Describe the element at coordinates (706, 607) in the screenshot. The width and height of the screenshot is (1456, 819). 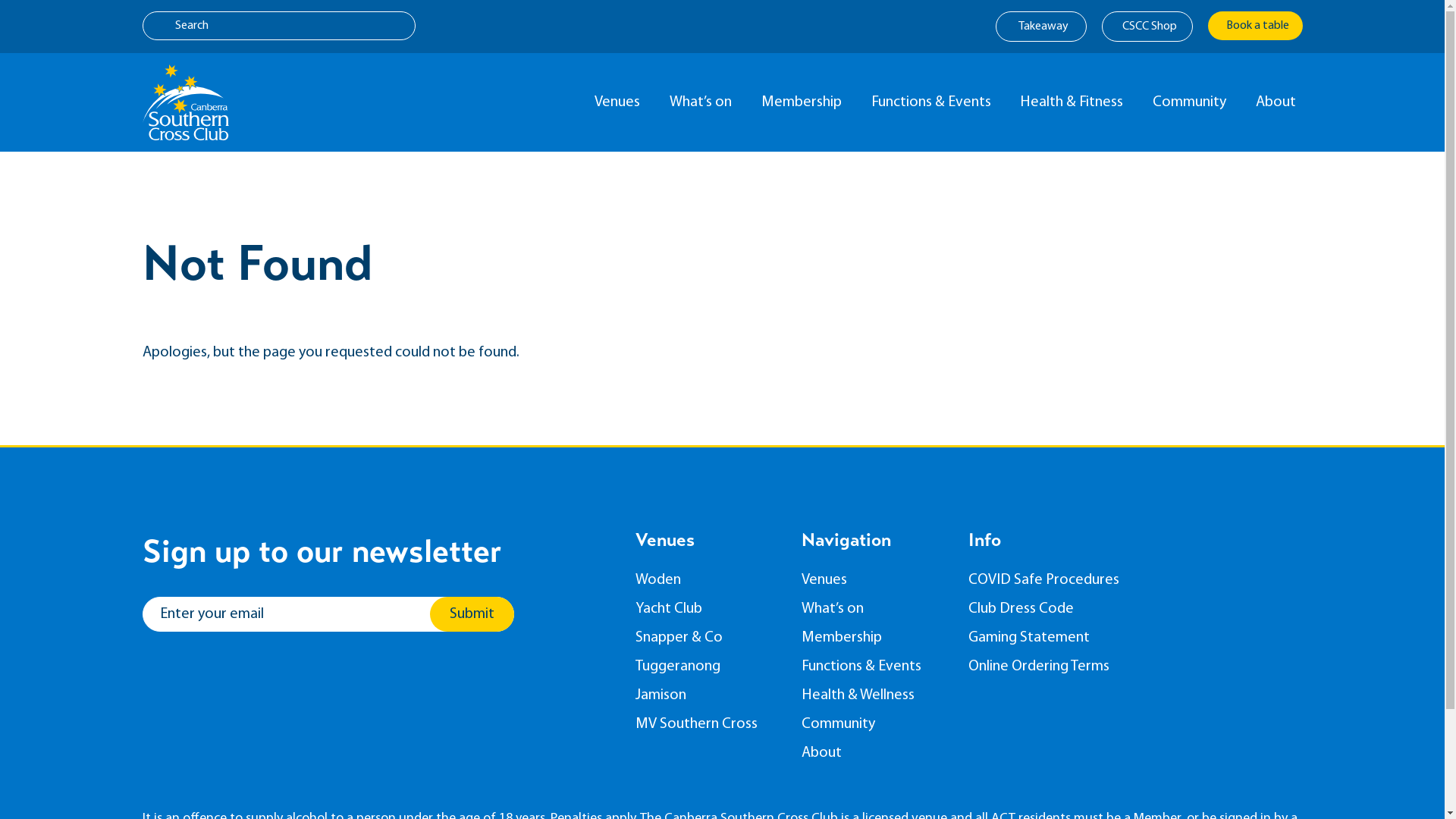
I see `'Yacht Club'` at that location.